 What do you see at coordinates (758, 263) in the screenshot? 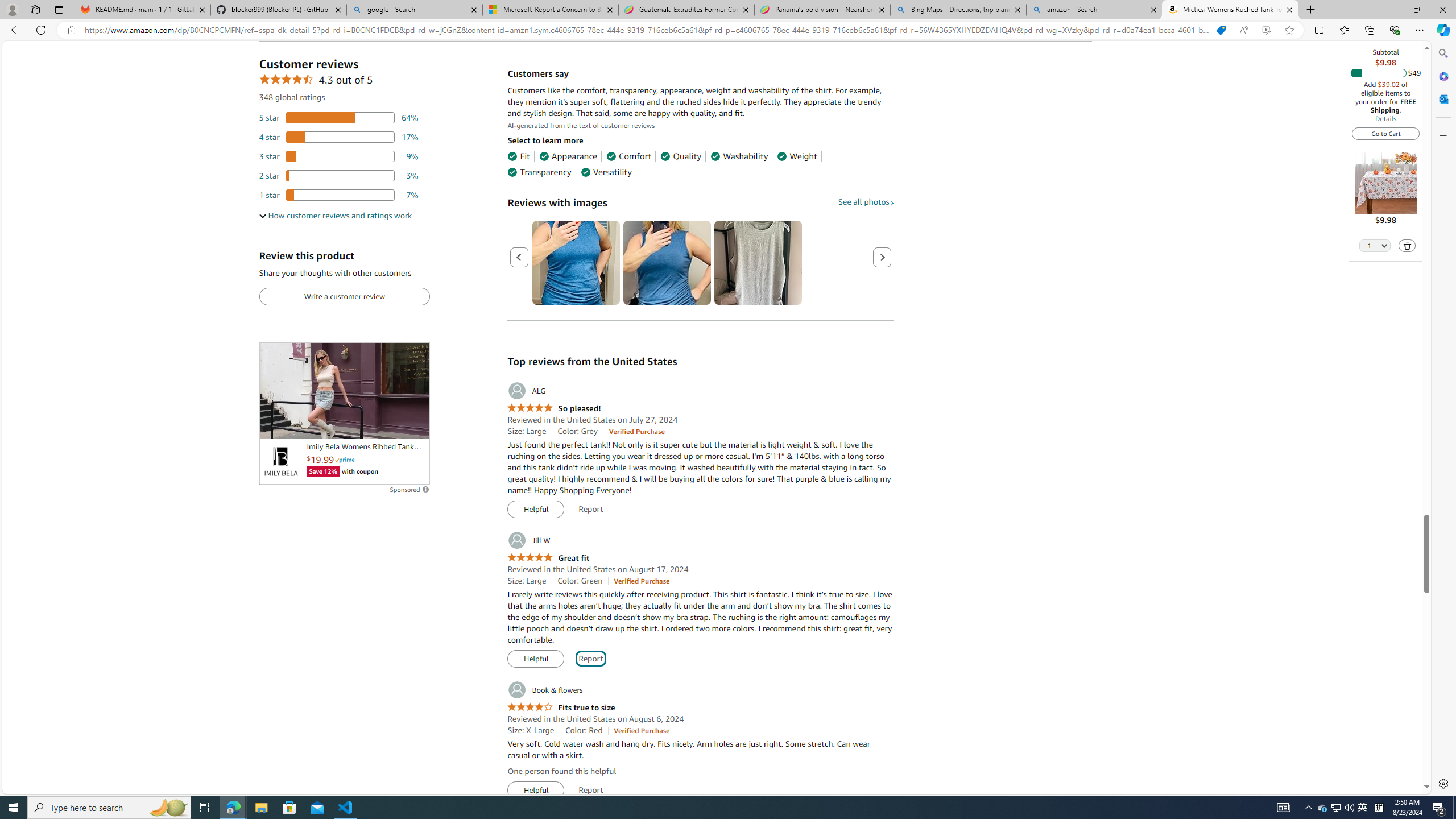
I see `'Customer Image'` at bounding box center [758, 263].